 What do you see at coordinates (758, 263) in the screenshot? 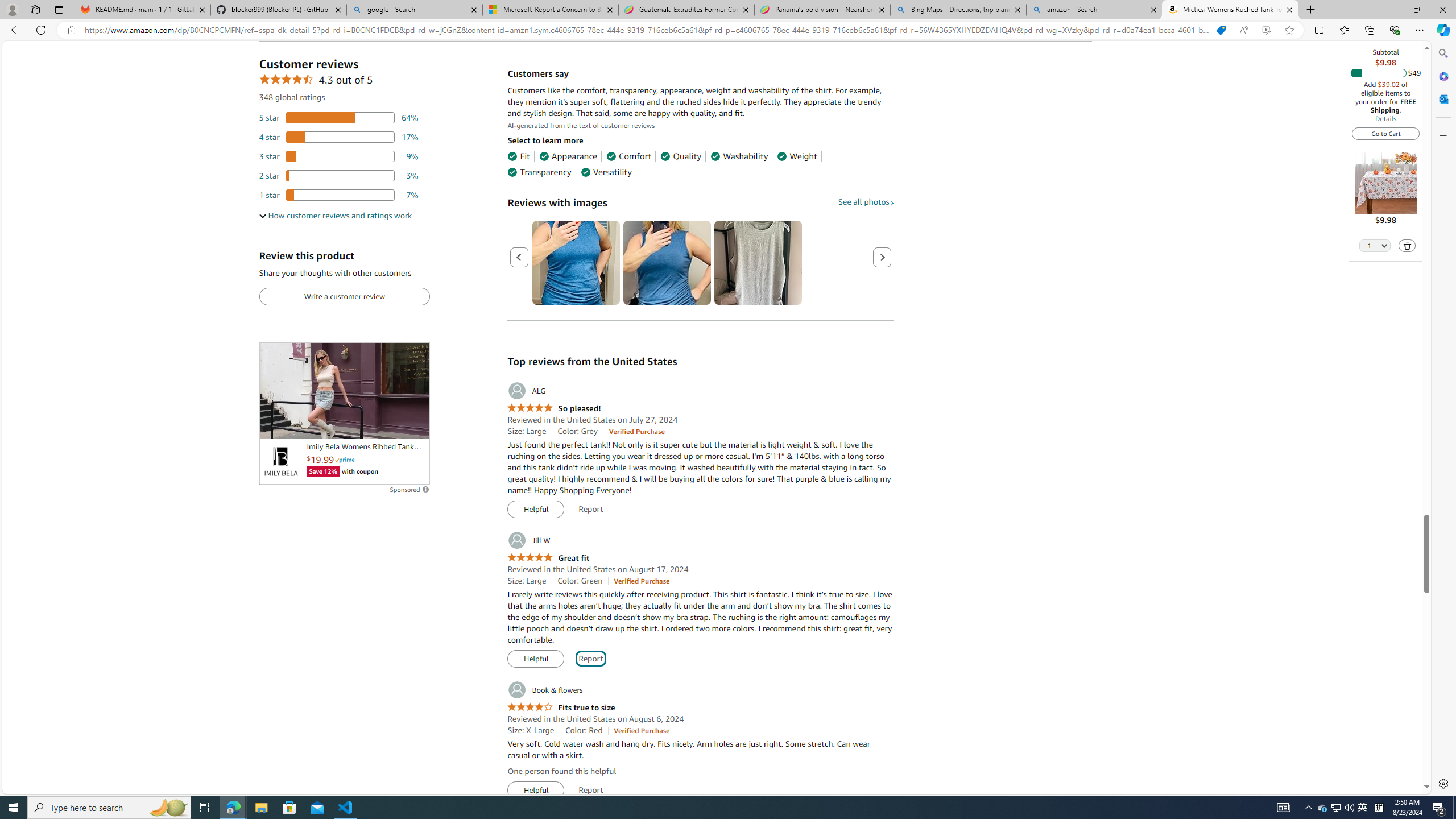
I see `'Customer Image'` at bounding box center [758, 263].